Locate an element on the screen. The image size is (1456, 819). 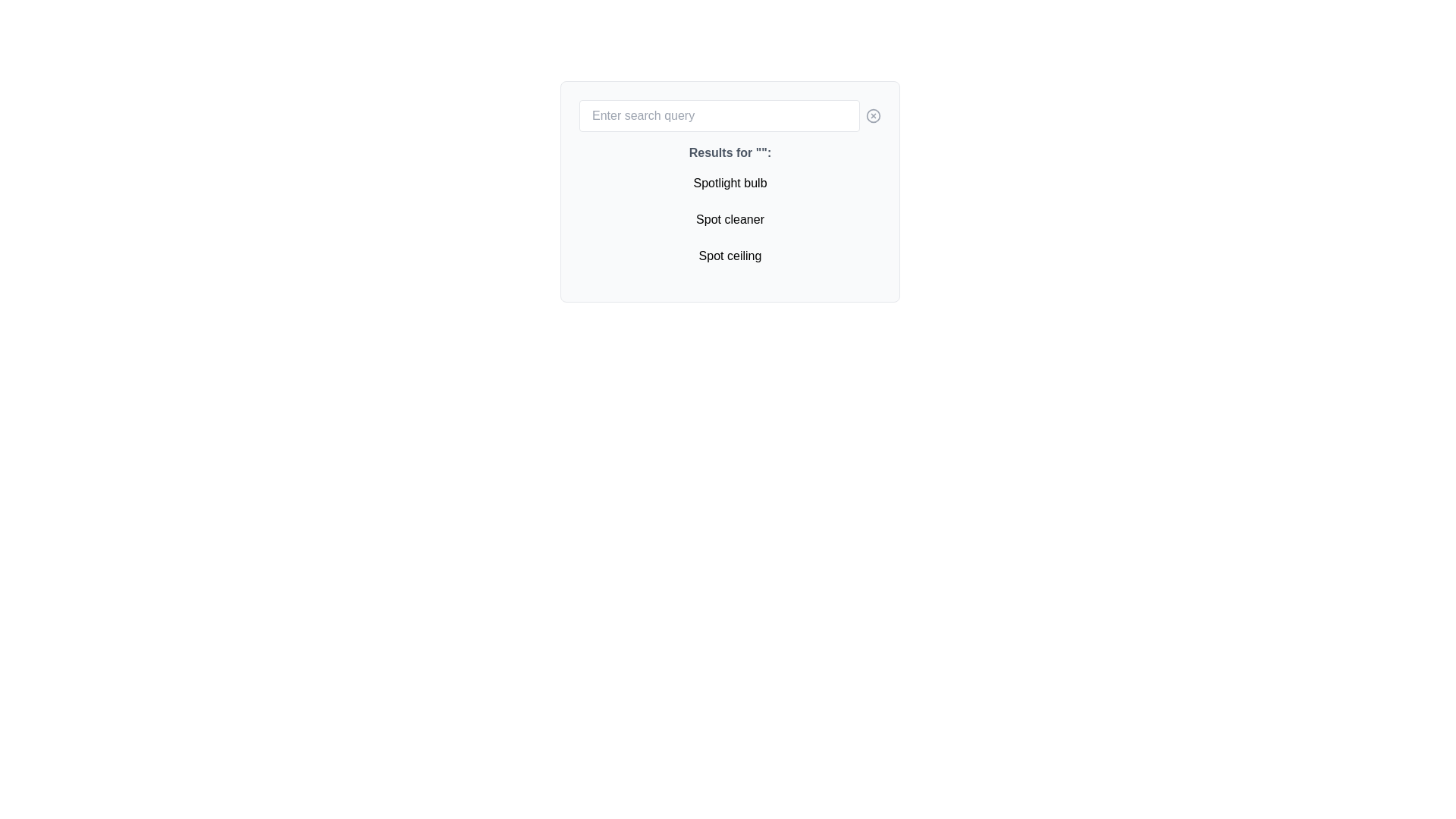
the 'o' character in the text 'Spot ceiling' is located at coordinates (716, 255).